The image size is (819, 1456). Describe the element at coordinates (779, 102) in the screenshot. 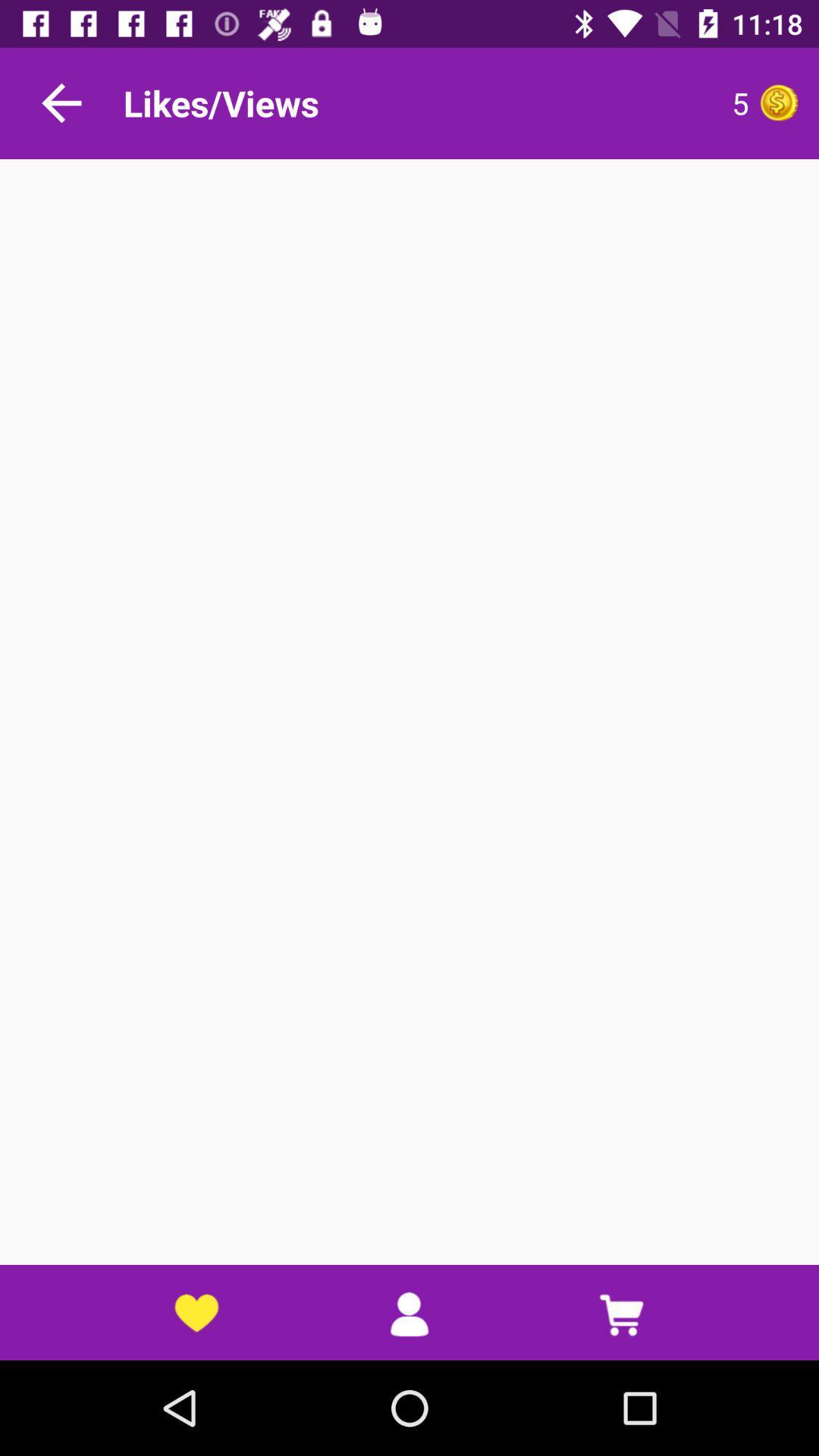

I see `like` at that location.